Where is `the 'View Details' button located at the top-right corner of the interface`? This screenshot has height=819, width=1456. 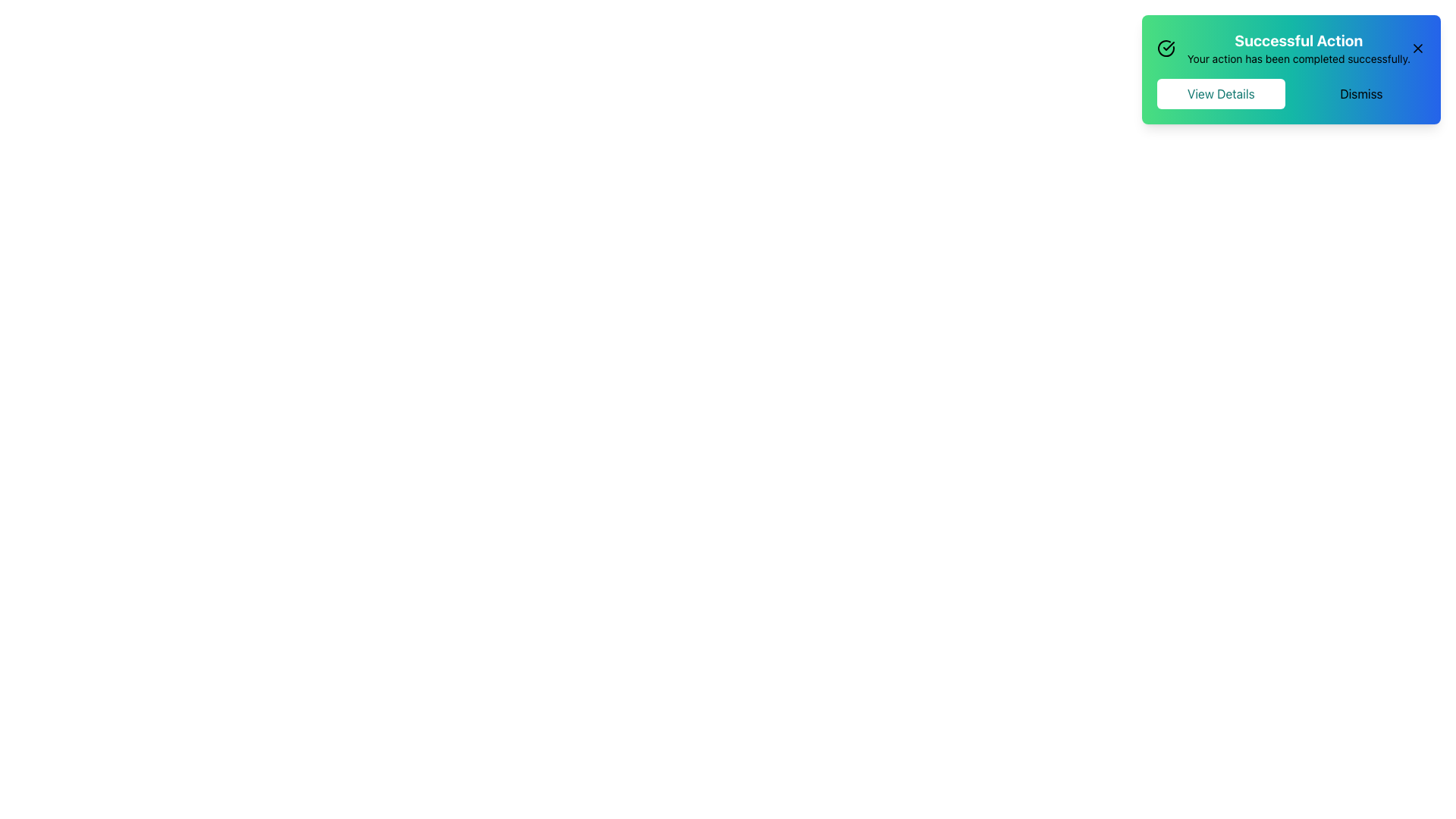
the 'View Details' button located at the top-right corner of the interface is located at coordinates (1221, 93).